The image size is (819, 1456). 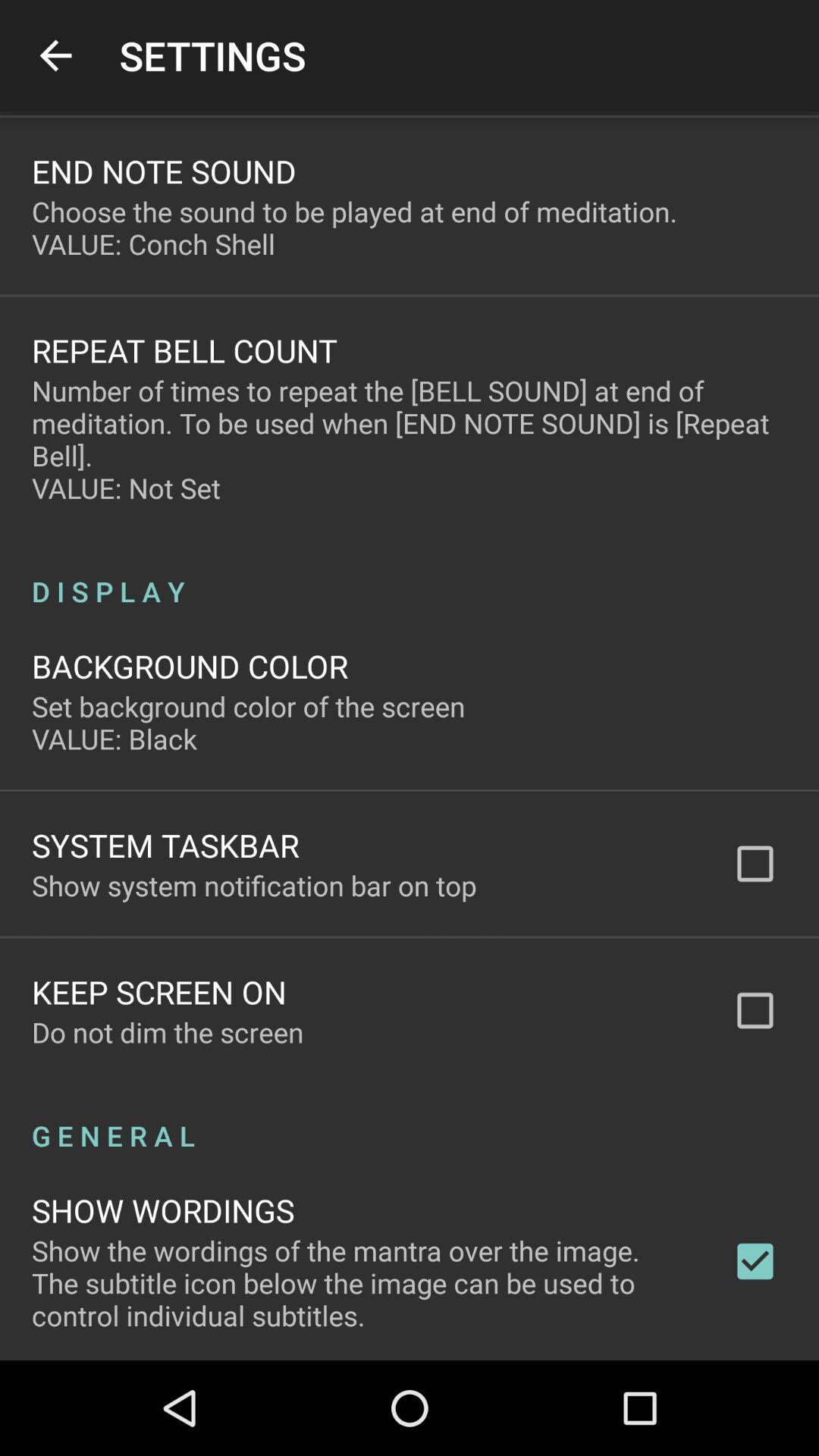 I want to click on icon below set background color item, so click(x=165, y=844).